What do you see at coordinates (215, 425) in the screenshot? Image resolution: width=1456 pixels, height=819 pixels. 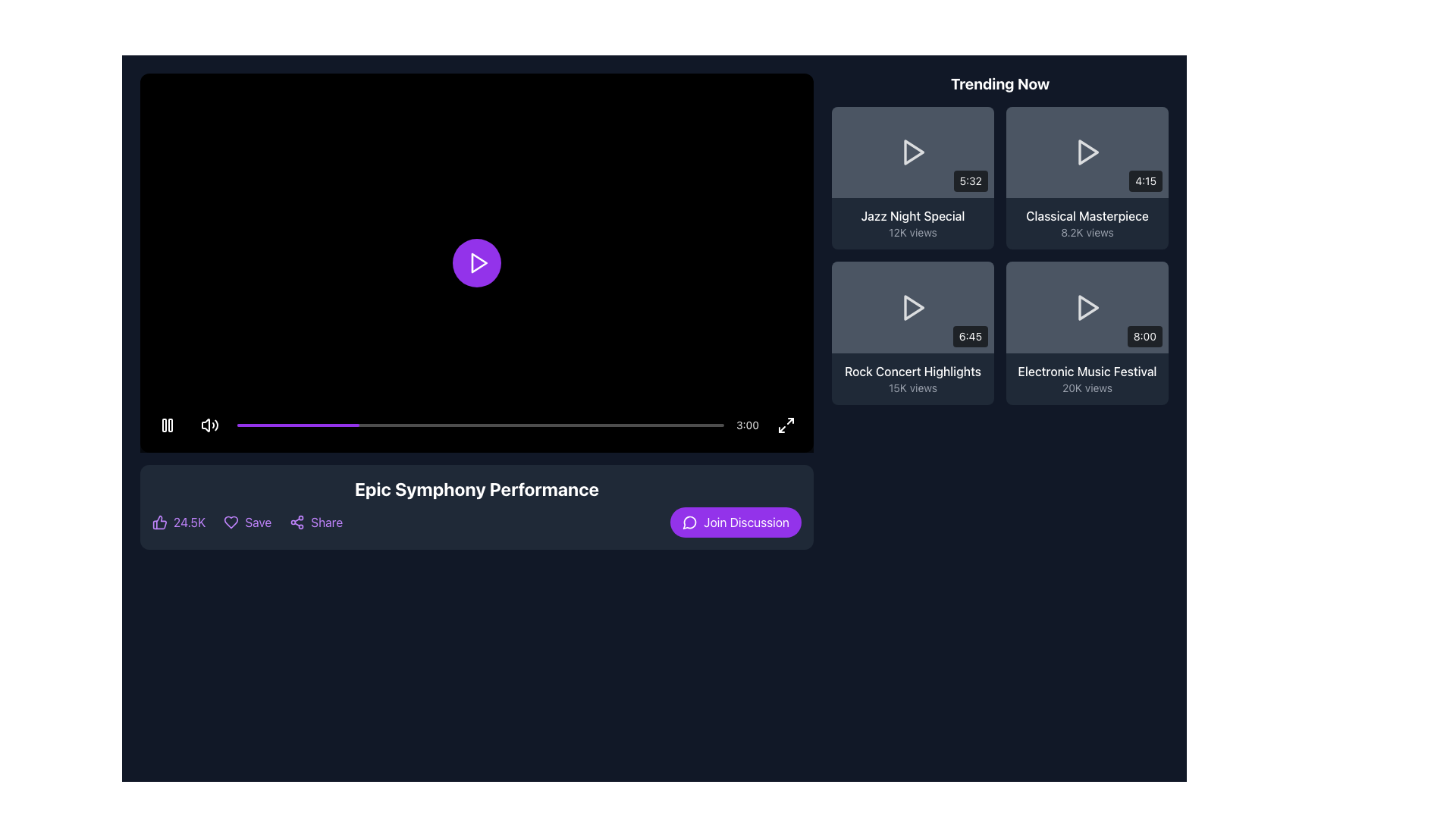 I see `the sound volume increasing icon located on the right side of the volume control group` at bounding box center [215, 425].